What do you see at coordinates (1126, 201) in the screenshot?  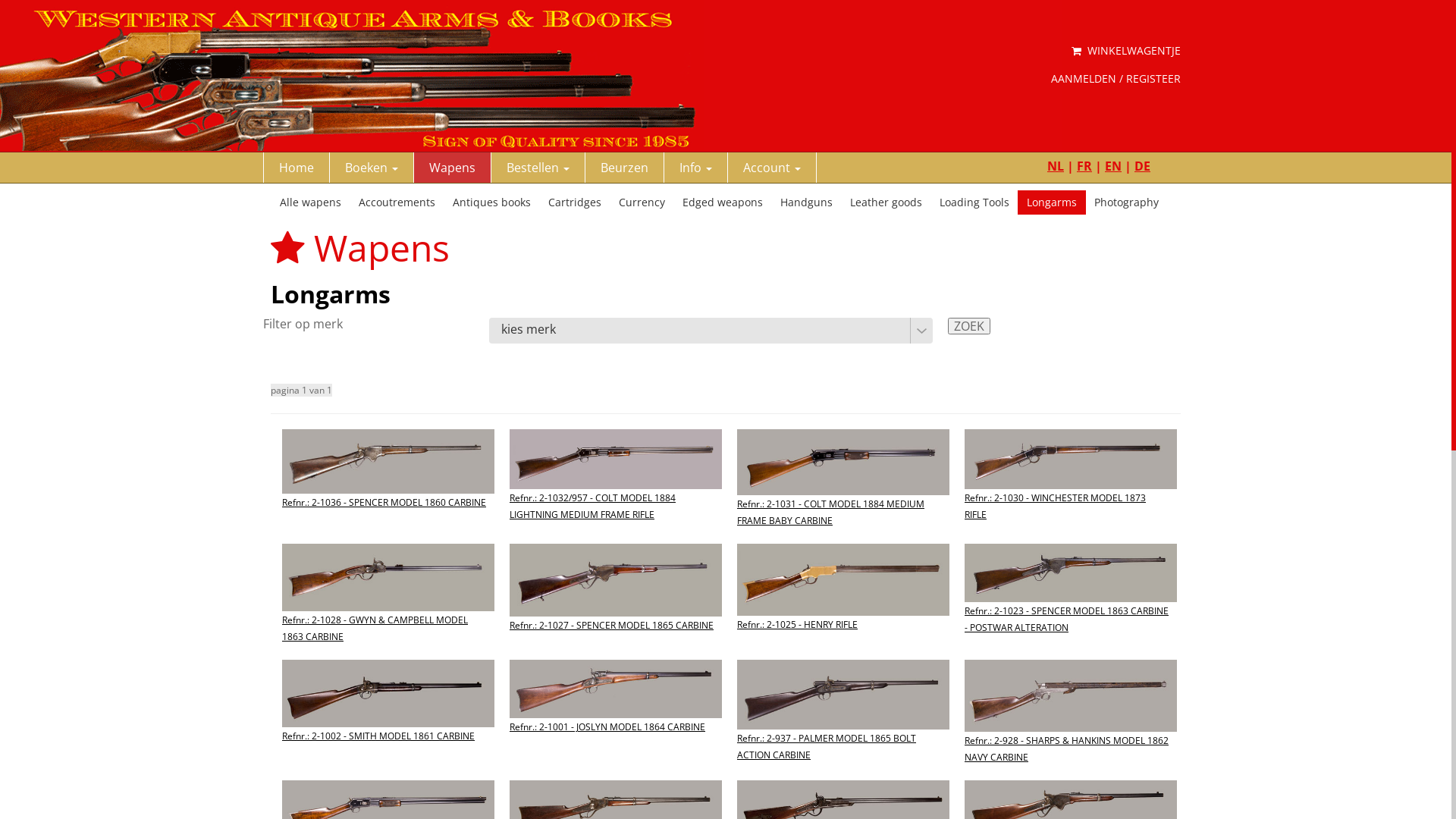 I see `'Photography'` at bounding box center [1126, 201].